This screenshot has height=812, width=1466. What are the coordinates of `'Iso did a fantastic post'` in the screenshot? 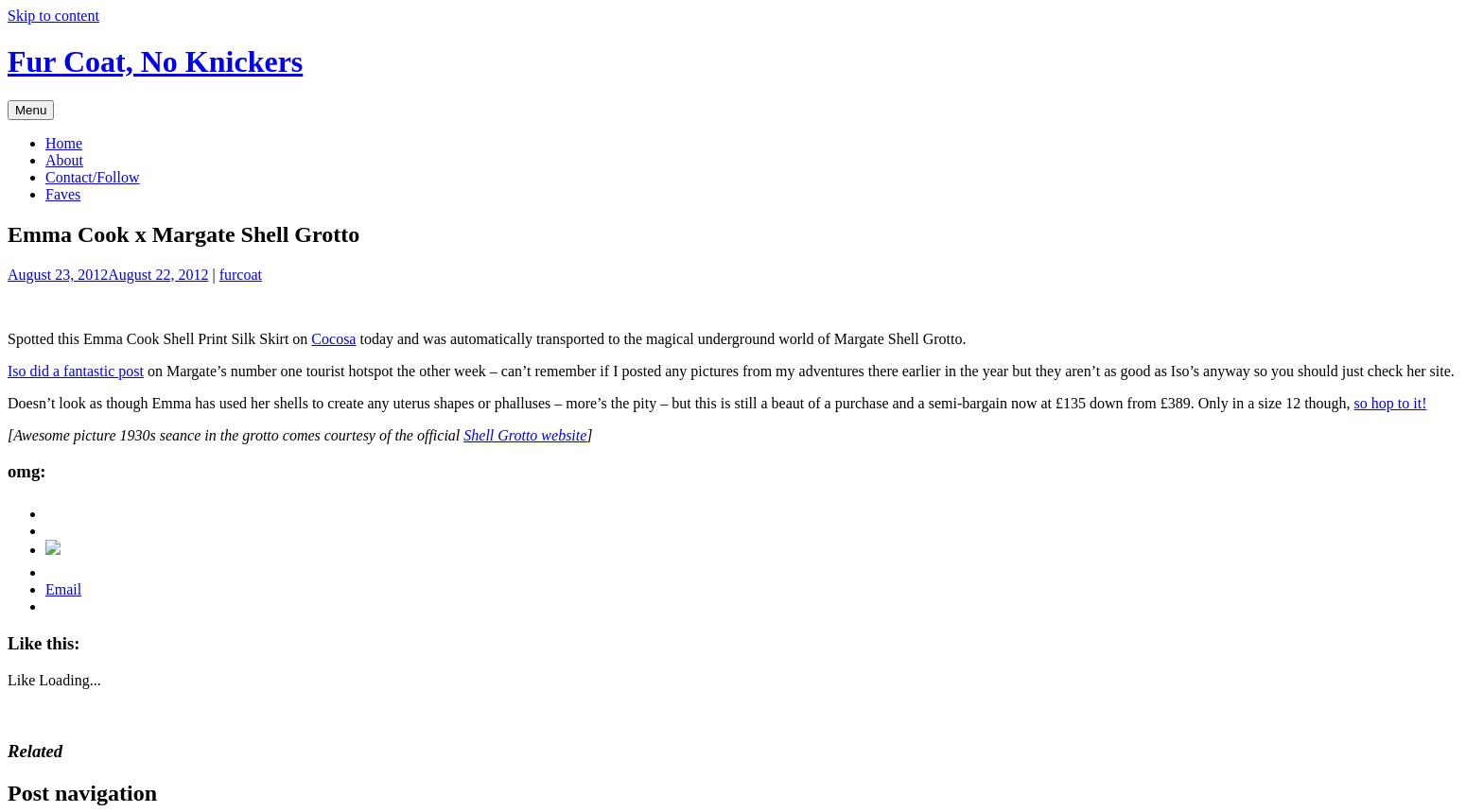 It's located at (75, 370).